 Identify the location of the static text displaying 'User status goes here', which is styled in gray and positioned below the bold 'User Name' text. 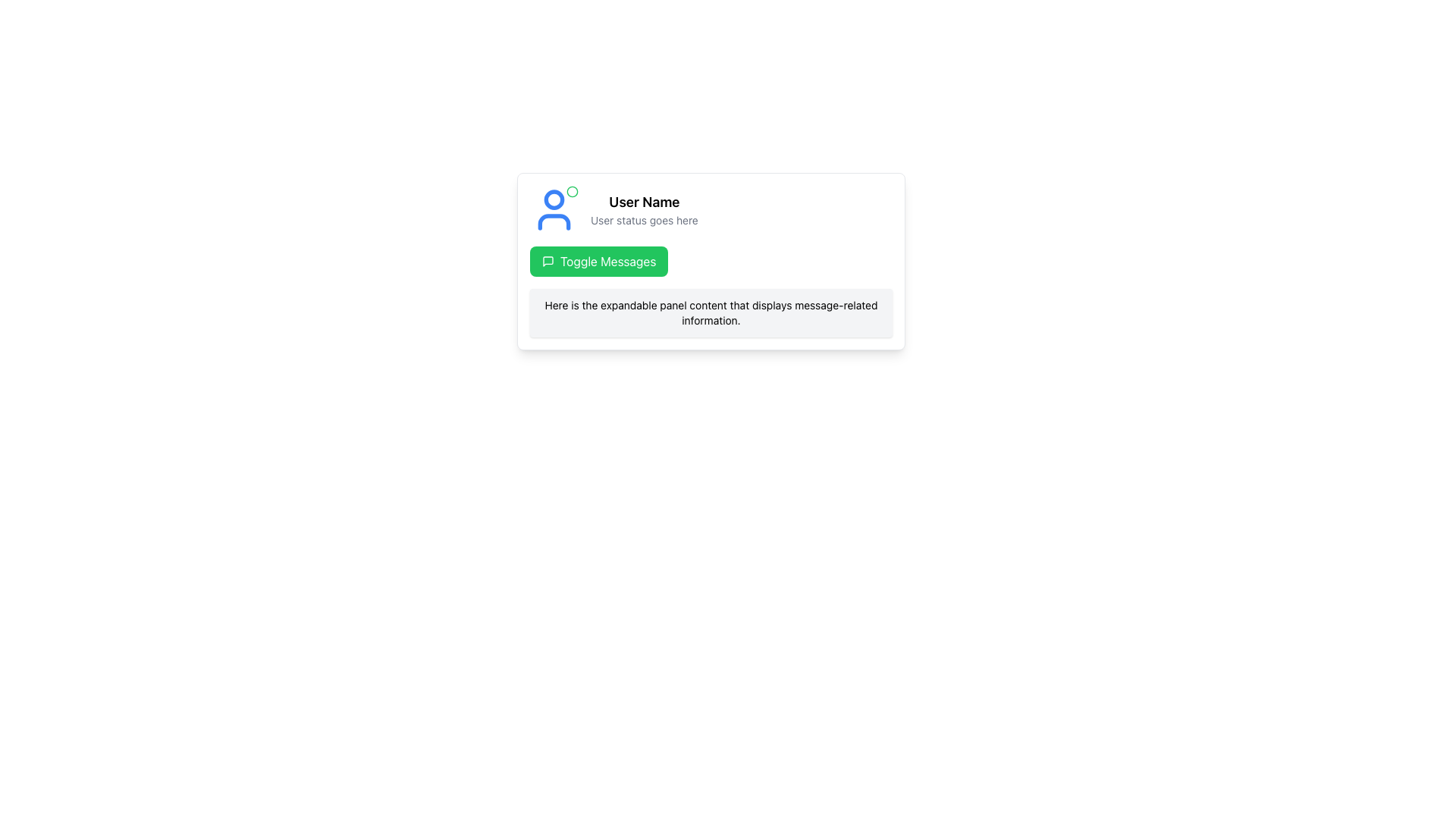
(644, 220).